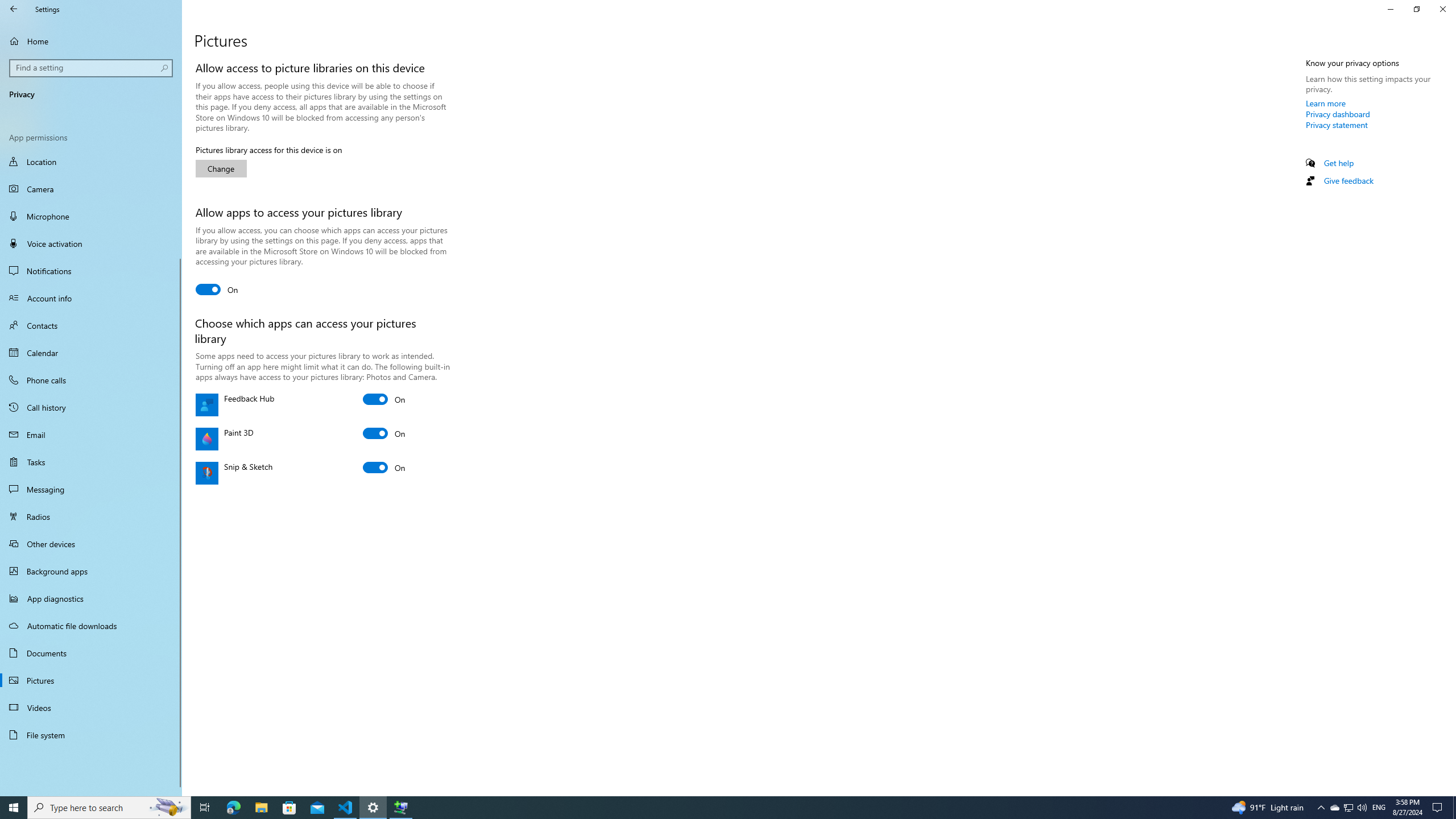  What do you see at coordinates (90, 597) in the screenshot?
I see `'App diagnostics'` at bounding box center [90, 597].